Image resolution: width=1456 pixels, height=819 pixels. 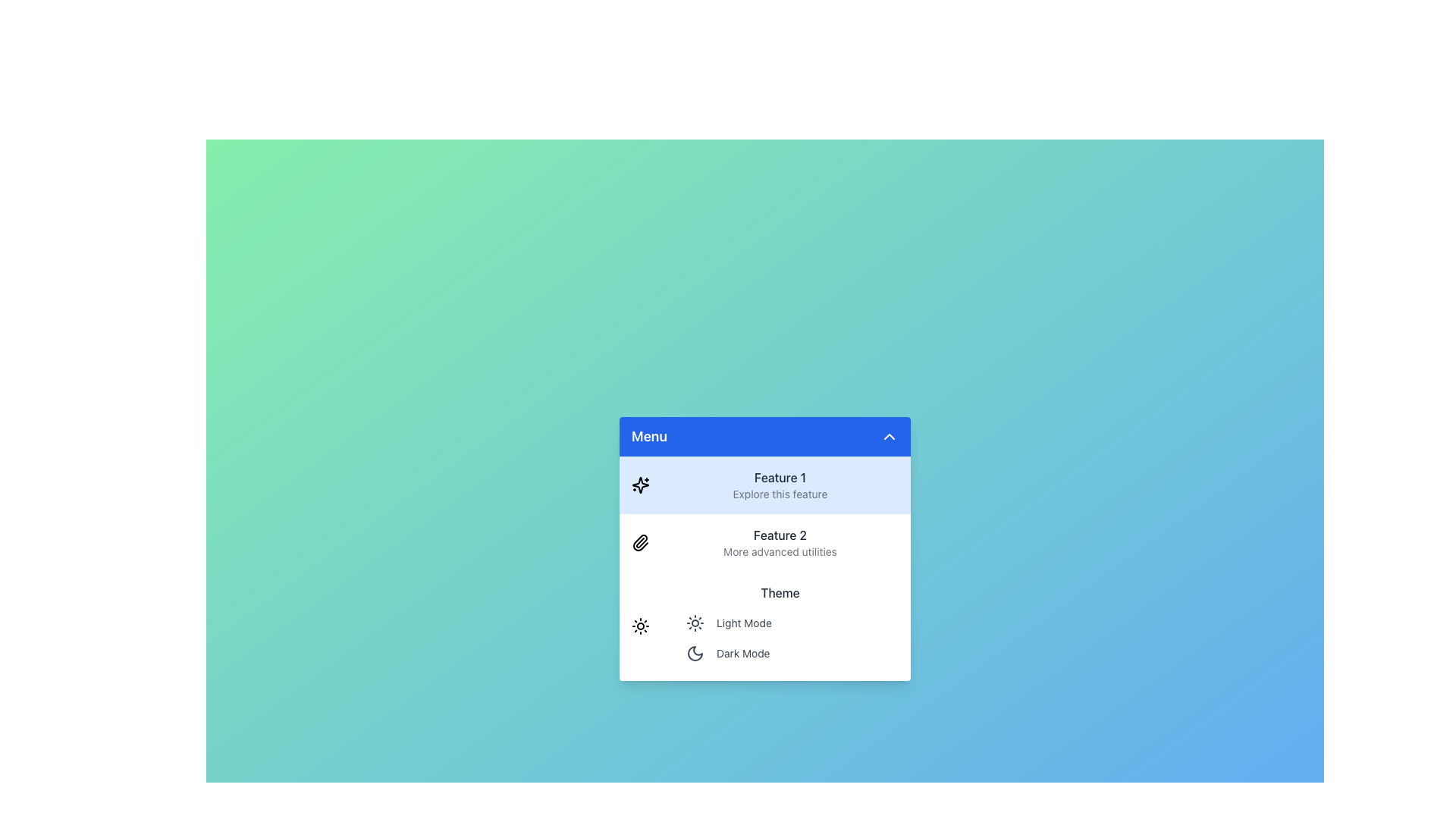 I want to click on the 'Dark Mode' label located within the 'Theme' section of the menu card, so click(x=743, y=652).